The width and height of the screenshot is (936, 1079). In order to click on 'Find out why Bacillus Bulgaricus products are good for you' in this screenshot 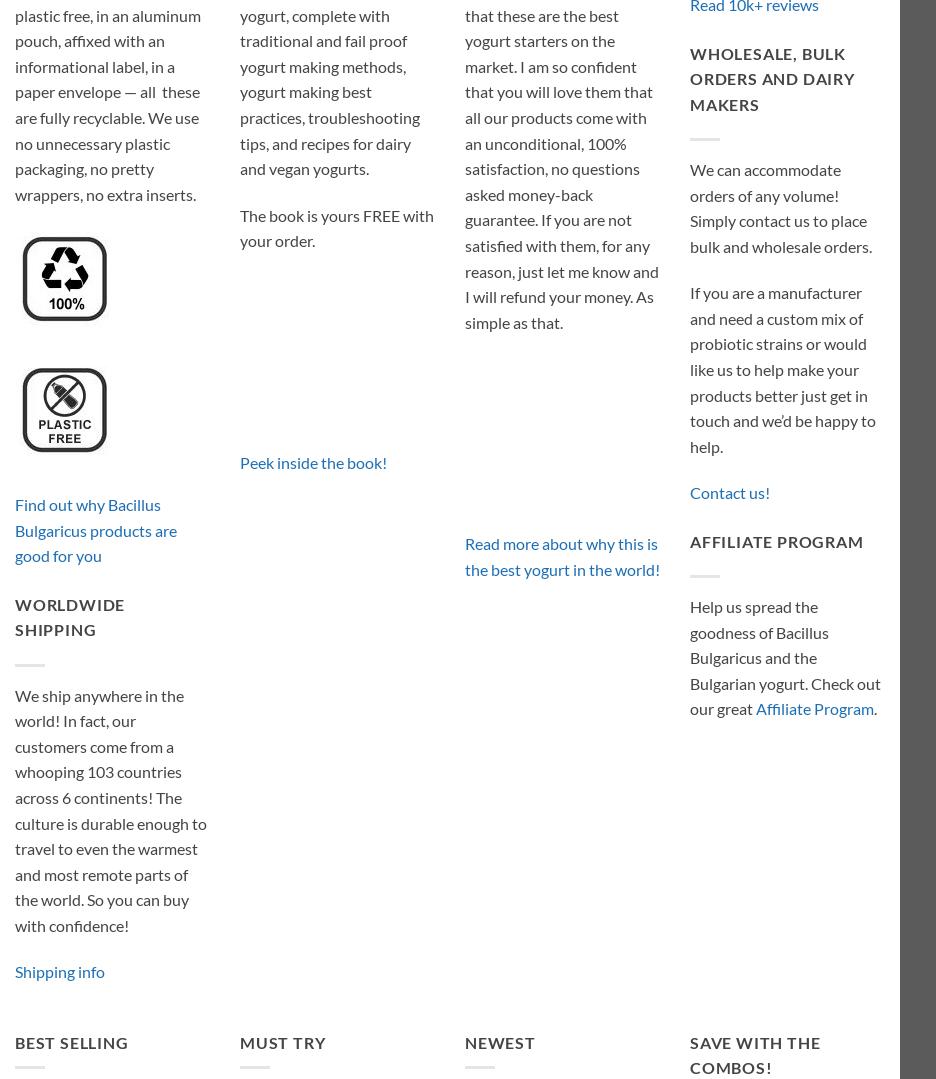, I will do `click(95, 530)`.